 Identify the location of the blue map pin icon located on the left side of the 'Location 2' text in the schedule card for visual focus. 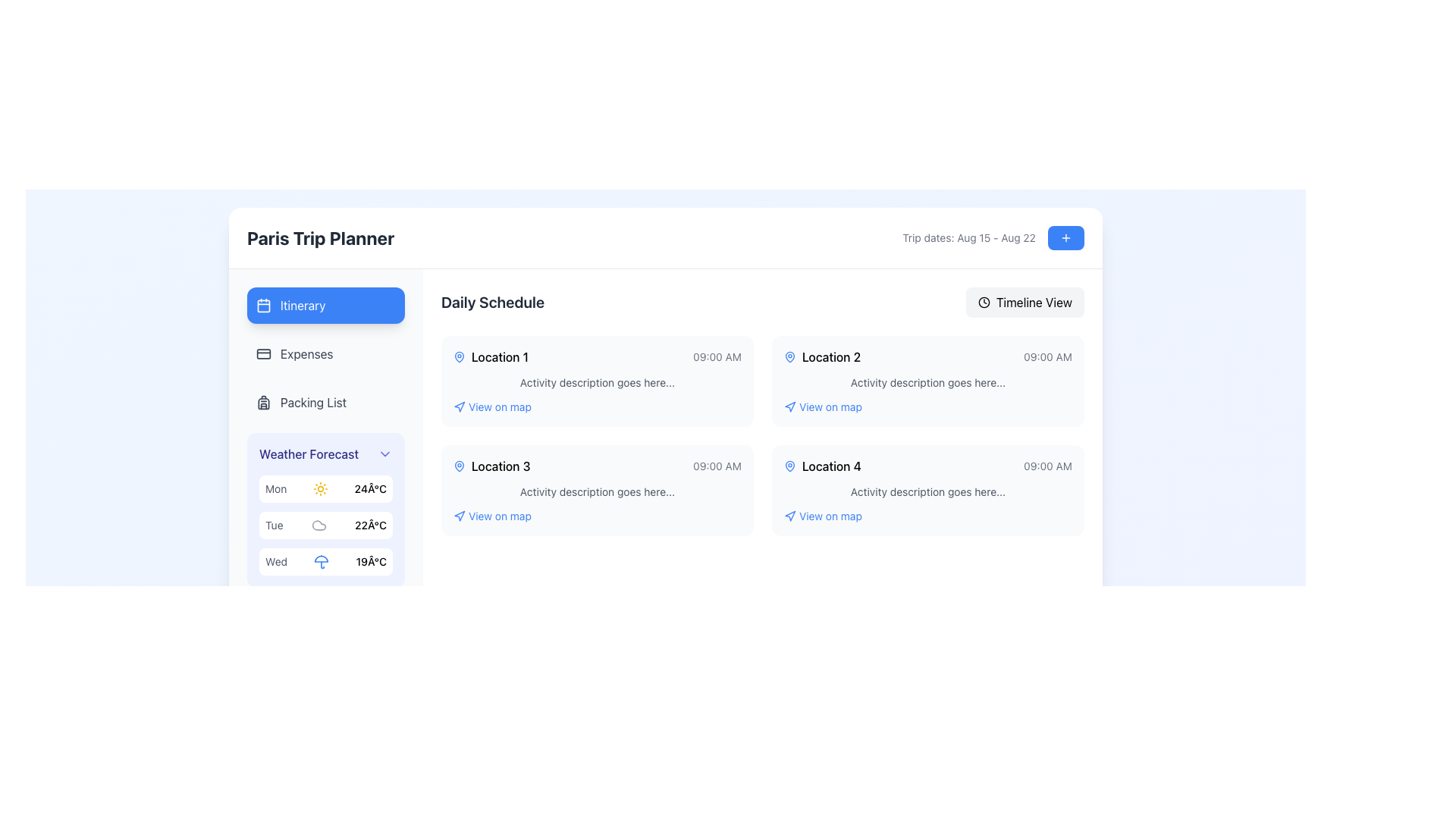
(789, 356).